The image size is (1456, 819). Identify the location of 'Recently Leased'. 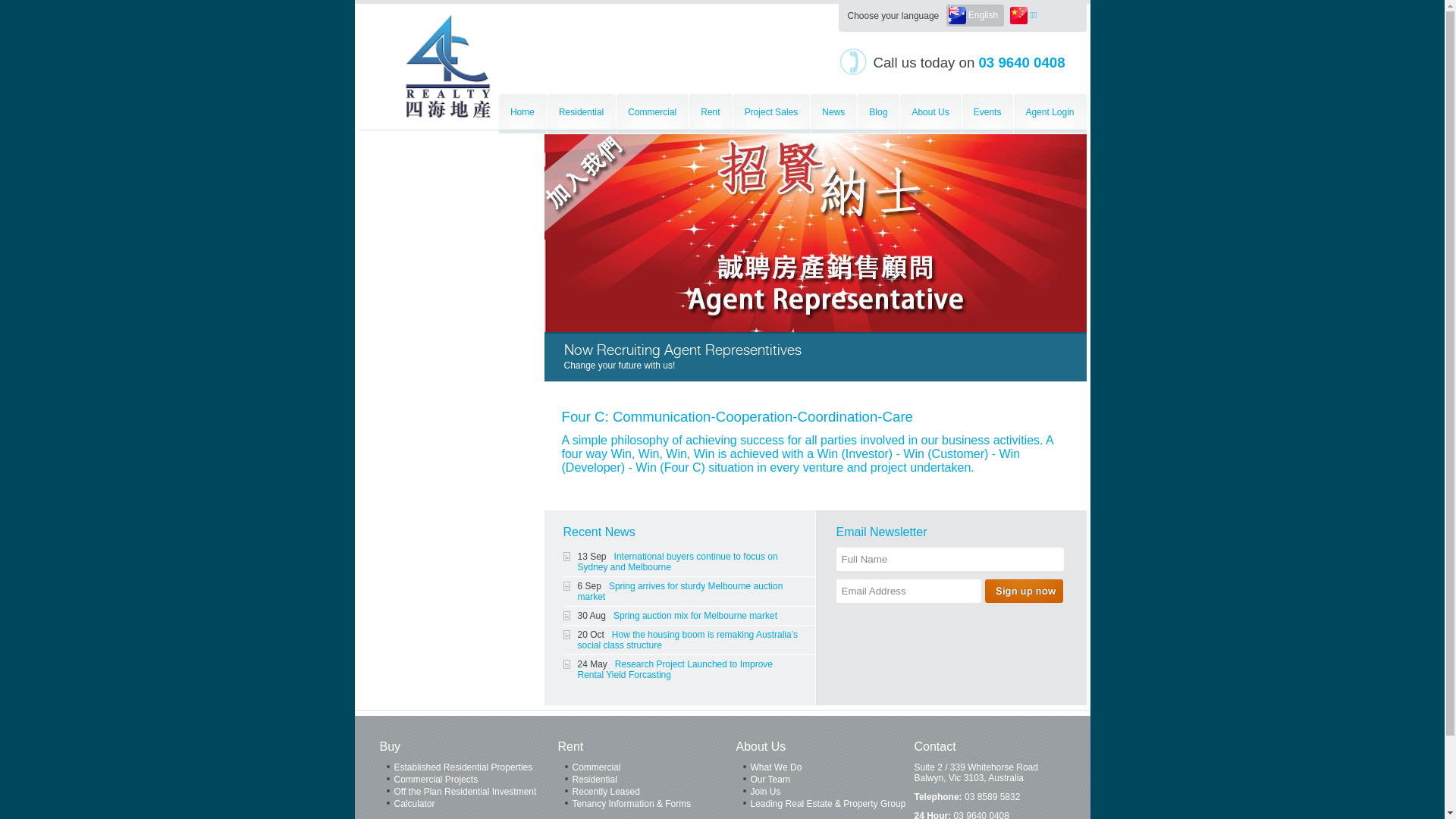
(647, 792).